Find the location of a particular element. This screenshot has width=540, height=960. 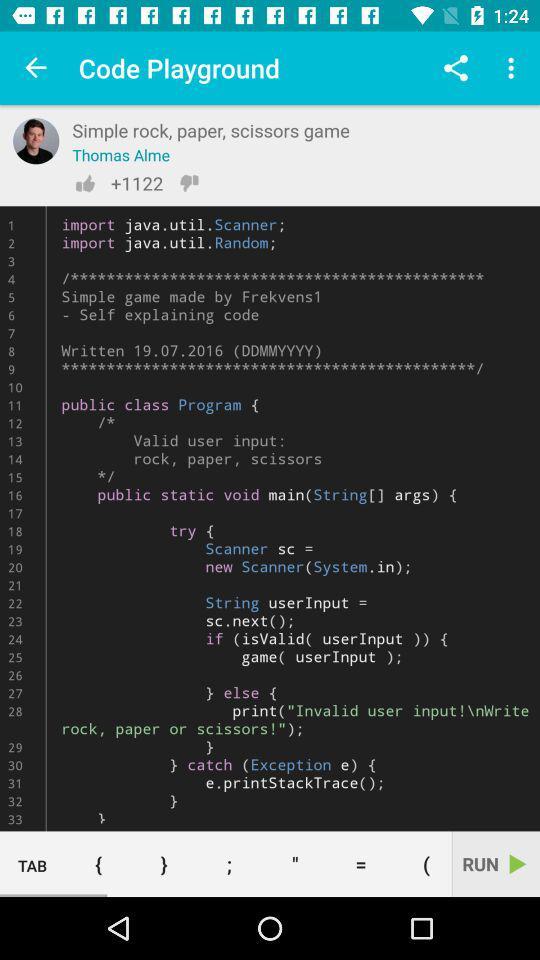

the thumbs_up icon is located at coordinates (84, 183).